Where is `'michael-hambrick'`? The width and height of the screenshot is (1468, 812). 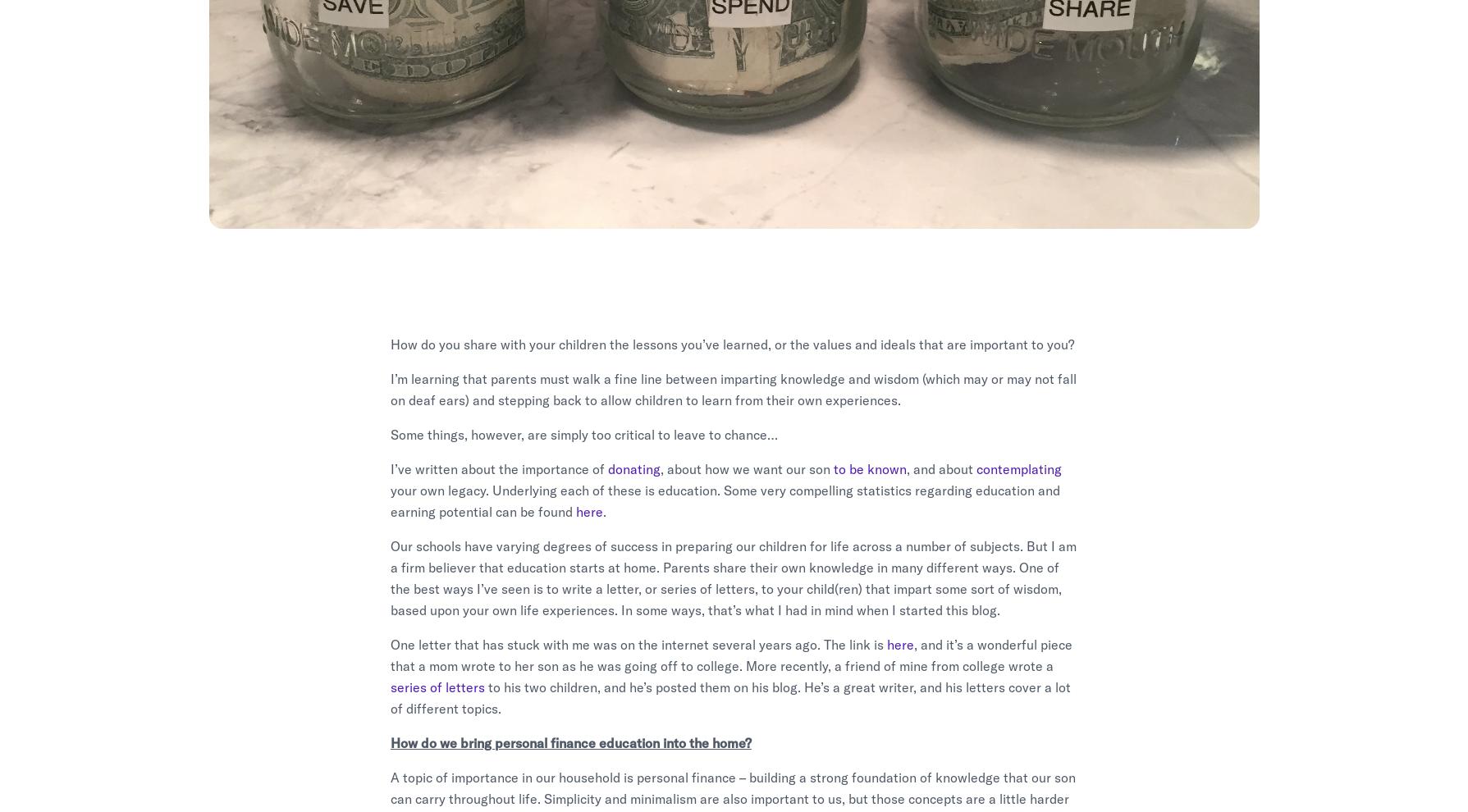
'michael-hambrick' is located at coordinates (501, 310).